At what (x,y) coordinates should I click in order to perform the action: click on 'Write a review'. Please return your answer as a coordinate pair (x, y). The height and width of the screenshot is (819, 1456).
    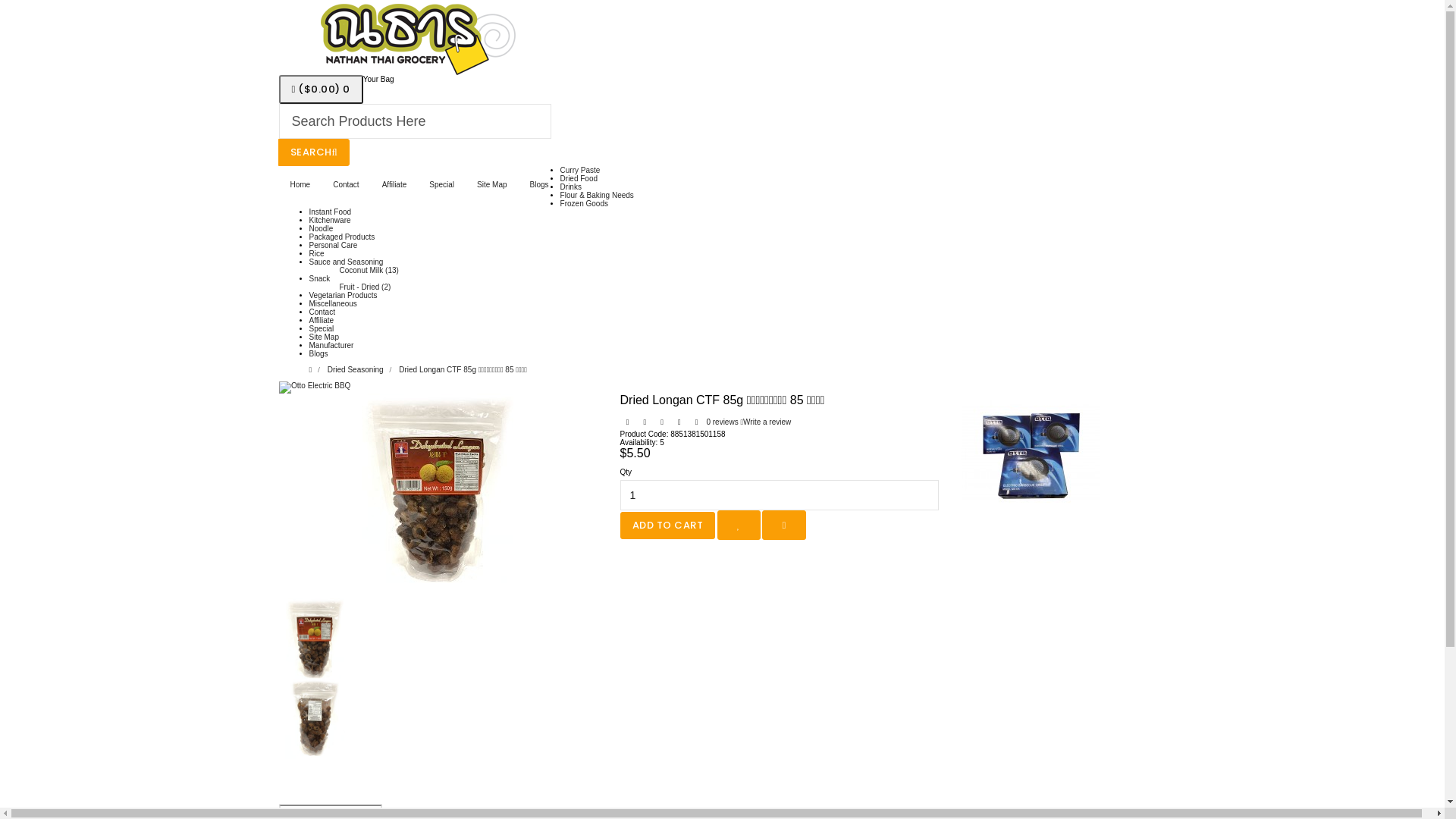
    Looking at the image, I should click on (739, 422).